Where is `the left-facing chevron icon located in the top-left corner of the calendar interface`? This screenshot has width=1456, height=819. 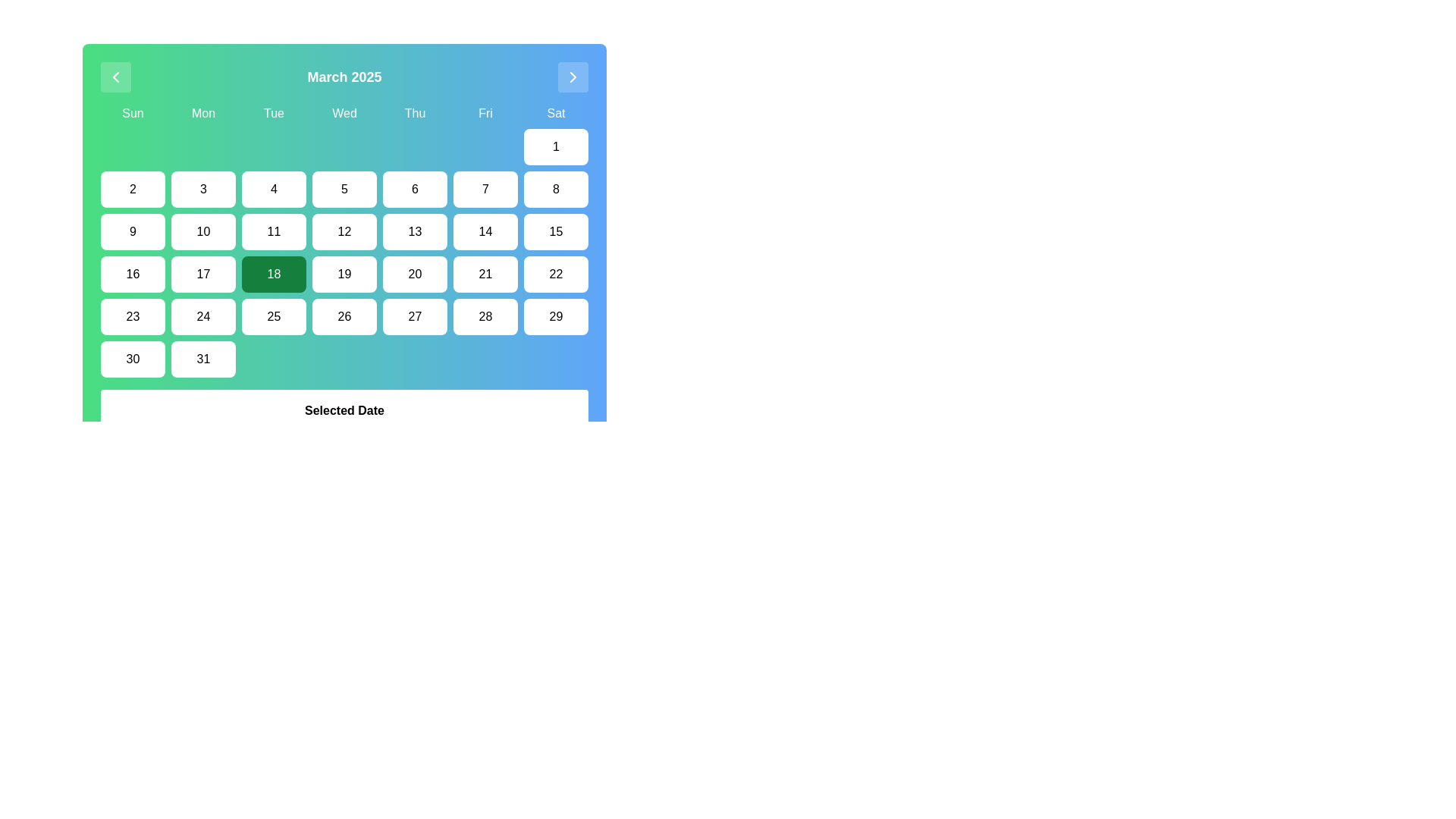 the left-facing chevron icon located in the top-left corner of the calendar interface is located at coordinates (115, 77).